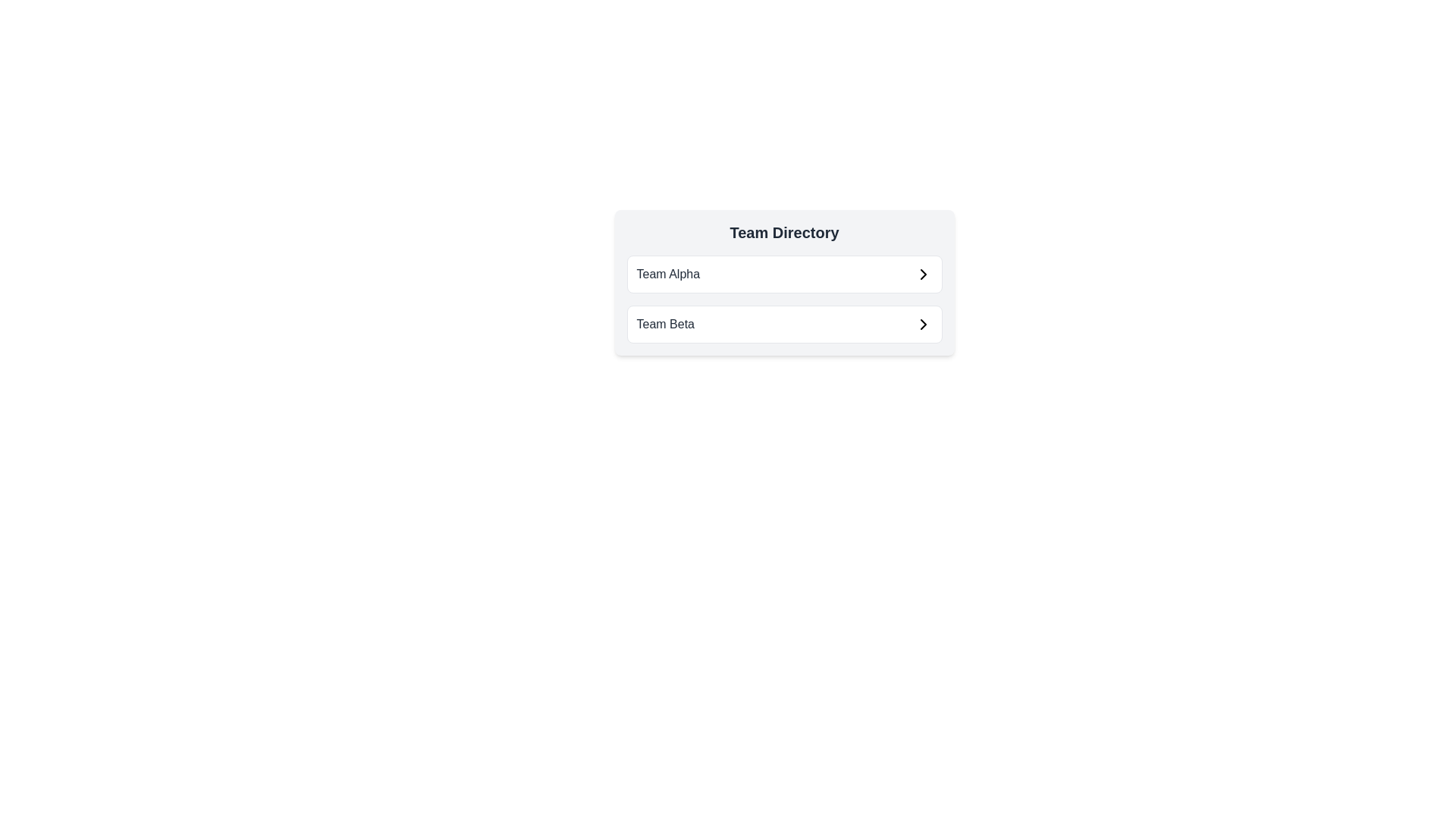  Describe the element at coordinates (784, 324) in the screenshot. I see `the 'Team Beta' button in the 'Team Directory' section` at that location.